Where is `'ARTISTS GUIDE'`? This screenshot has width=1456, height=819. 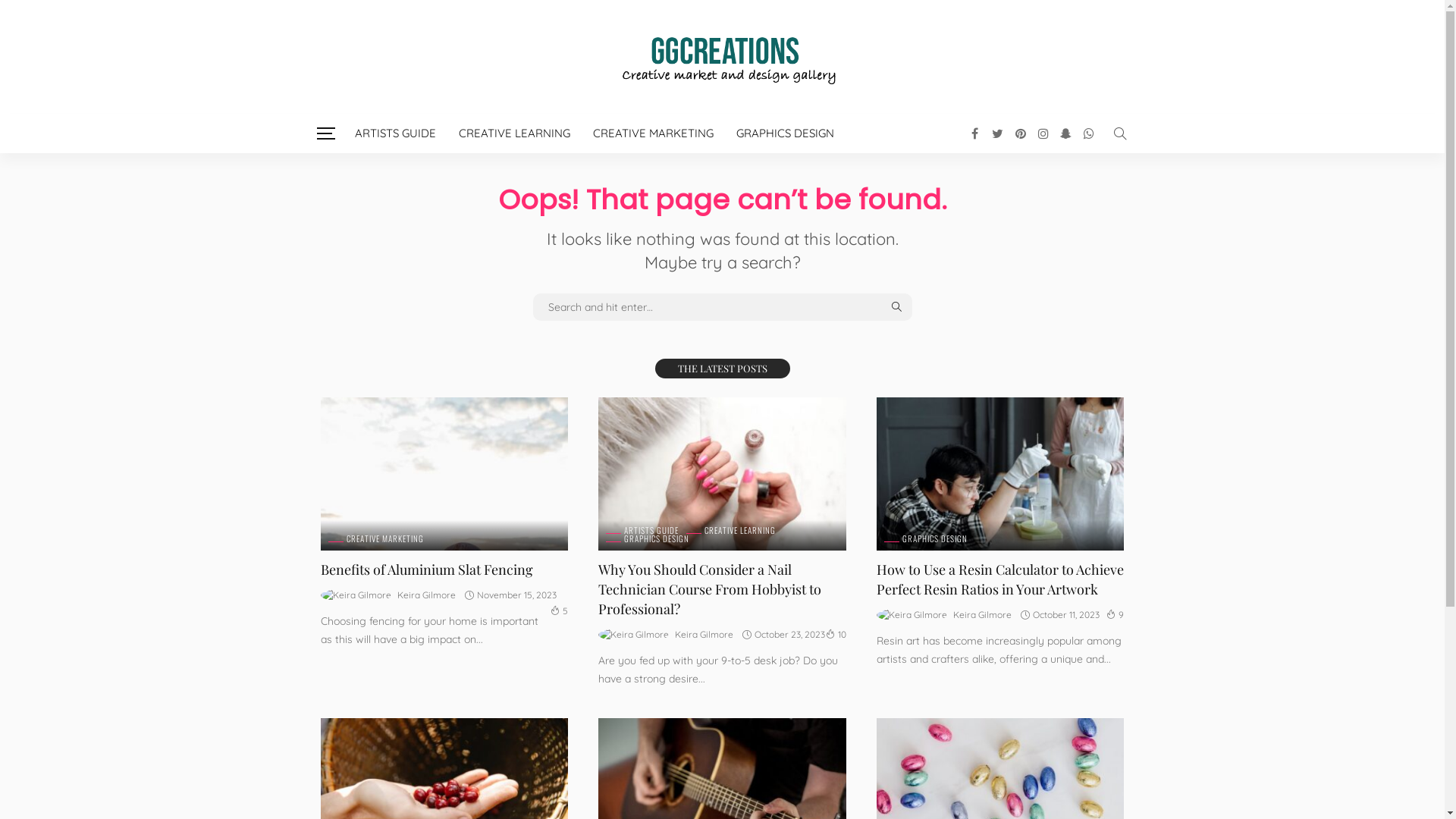
'ARTISTS GUIDE' is located at coordinates (642, 529).